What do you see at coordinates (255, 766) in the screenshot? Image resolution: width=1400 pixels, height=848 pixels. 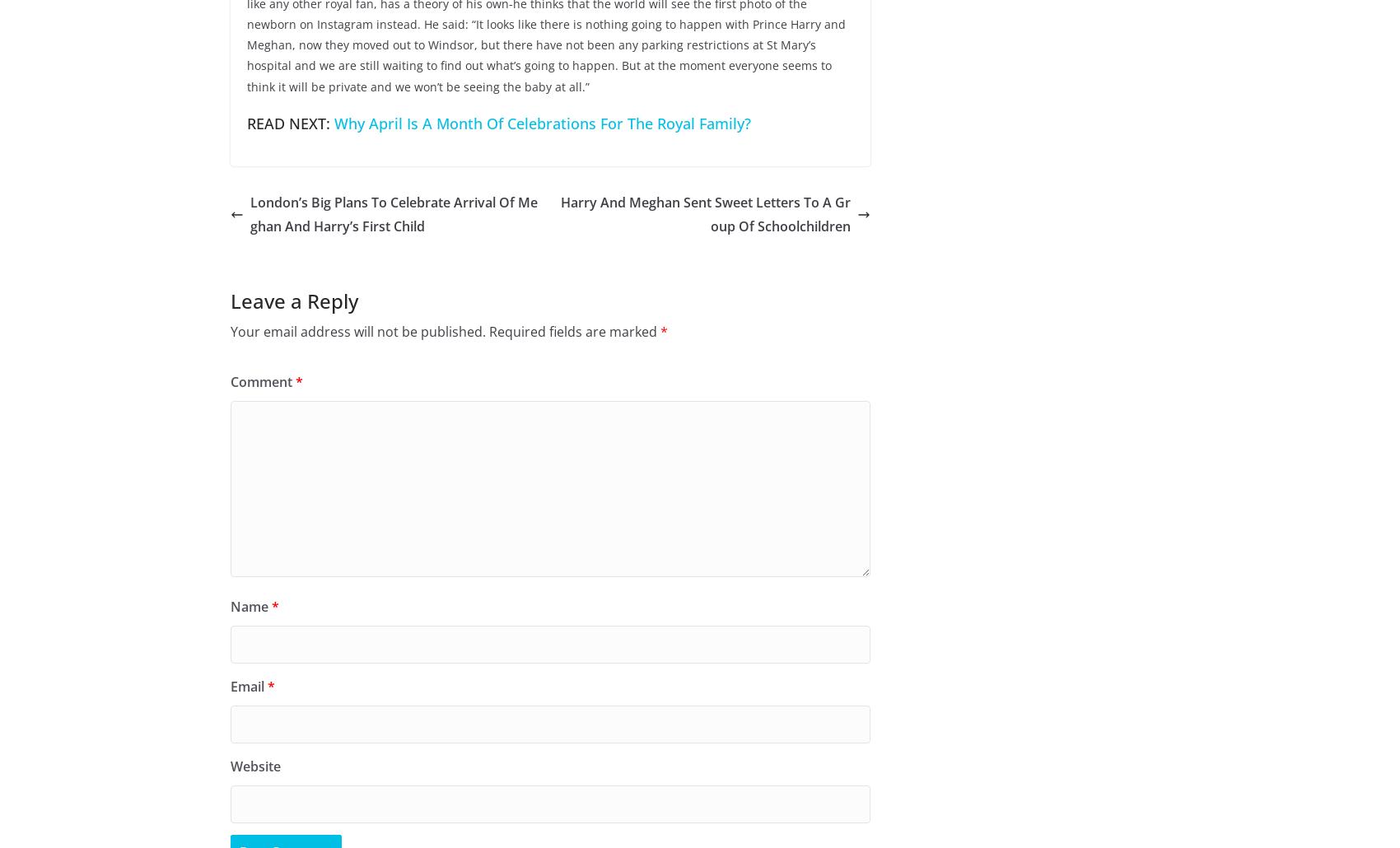 I see `'Website'` at bounding box center [255, 766].